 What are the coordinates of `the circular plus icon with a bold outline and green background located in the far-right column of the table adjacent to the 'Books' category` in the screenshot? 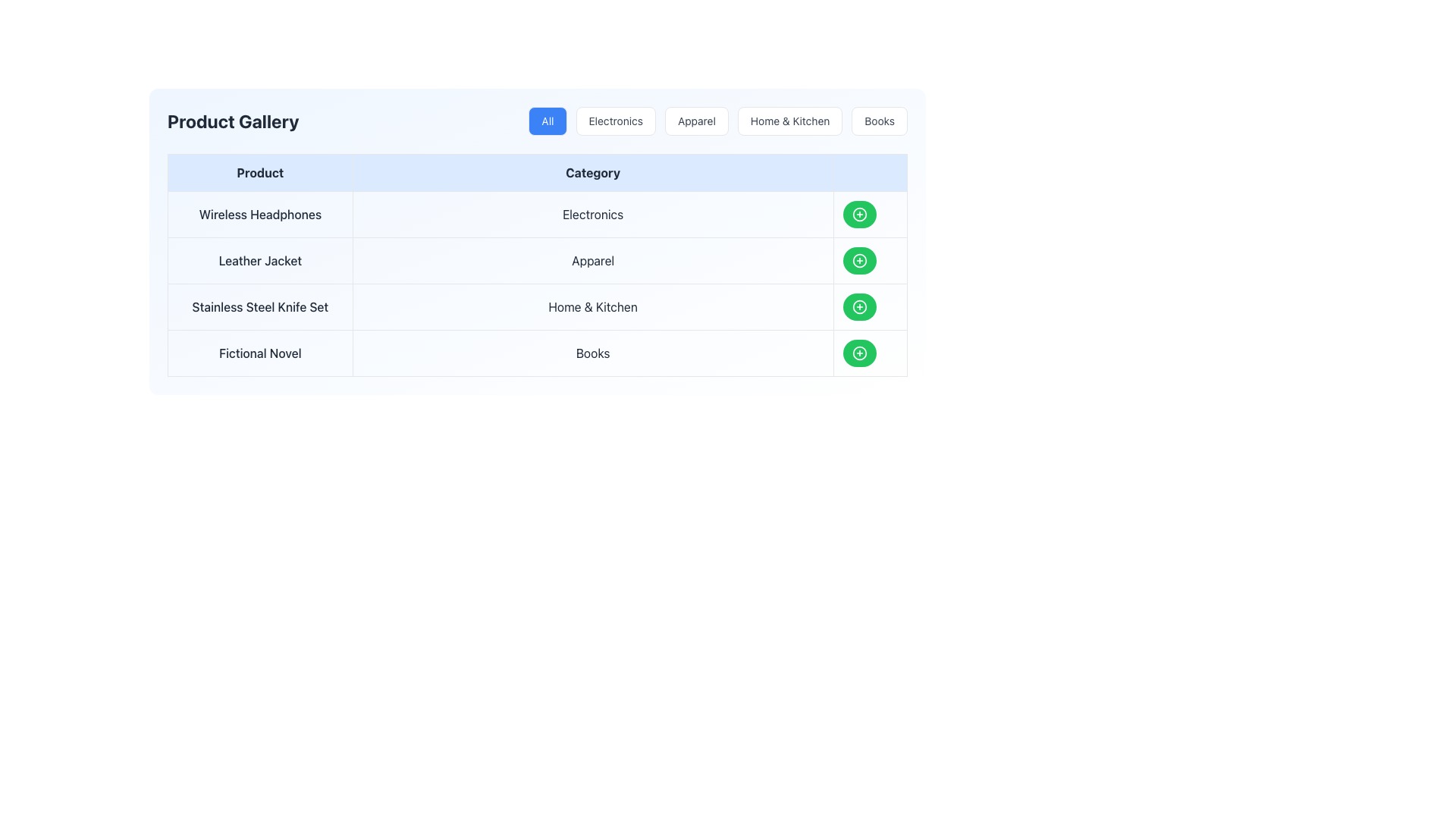 It's located at (859, 353).